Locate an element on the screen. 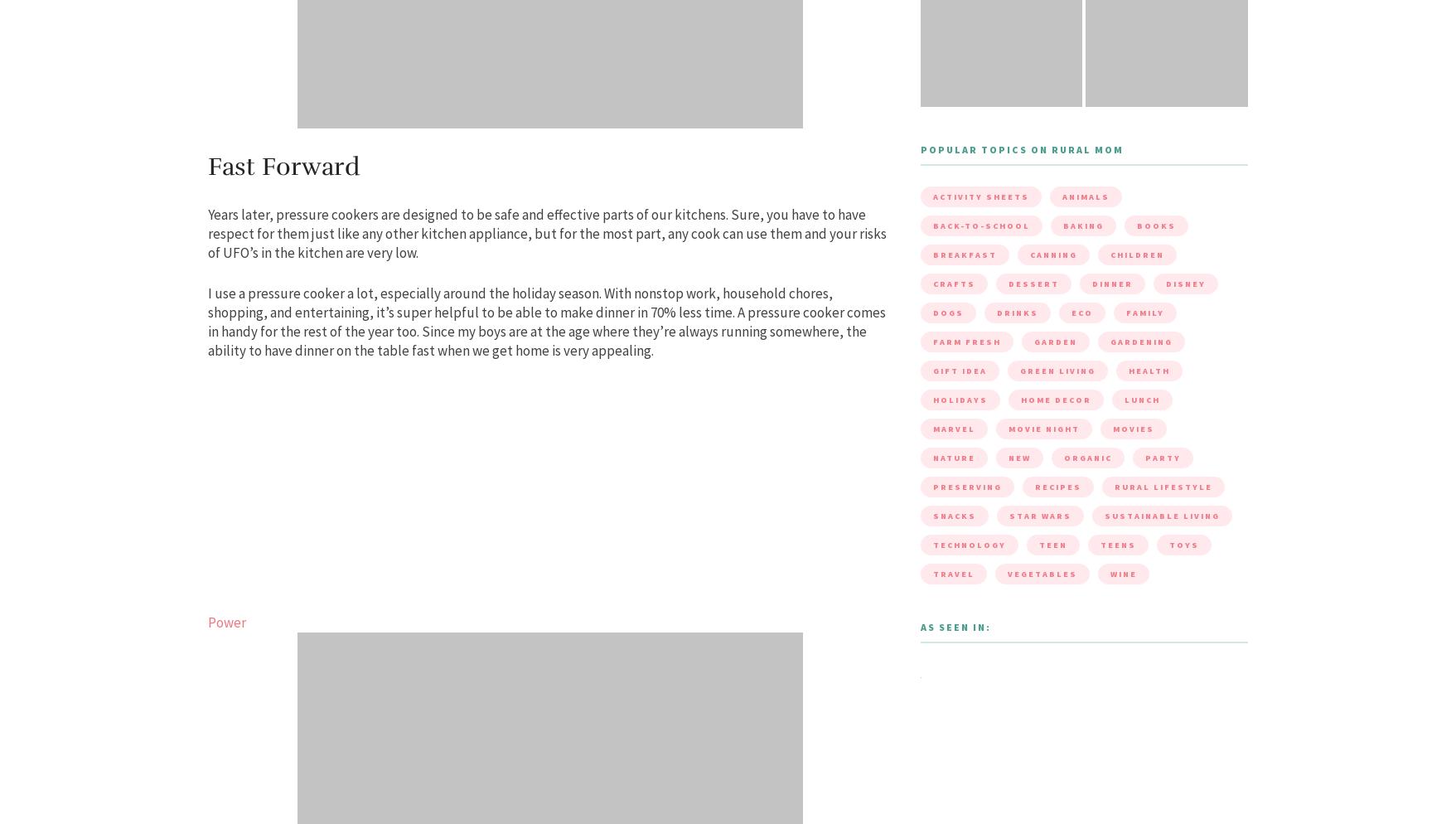 This screenshot has width=1456, height=824. 'farm fresh' is located at coordinates (965, 341).